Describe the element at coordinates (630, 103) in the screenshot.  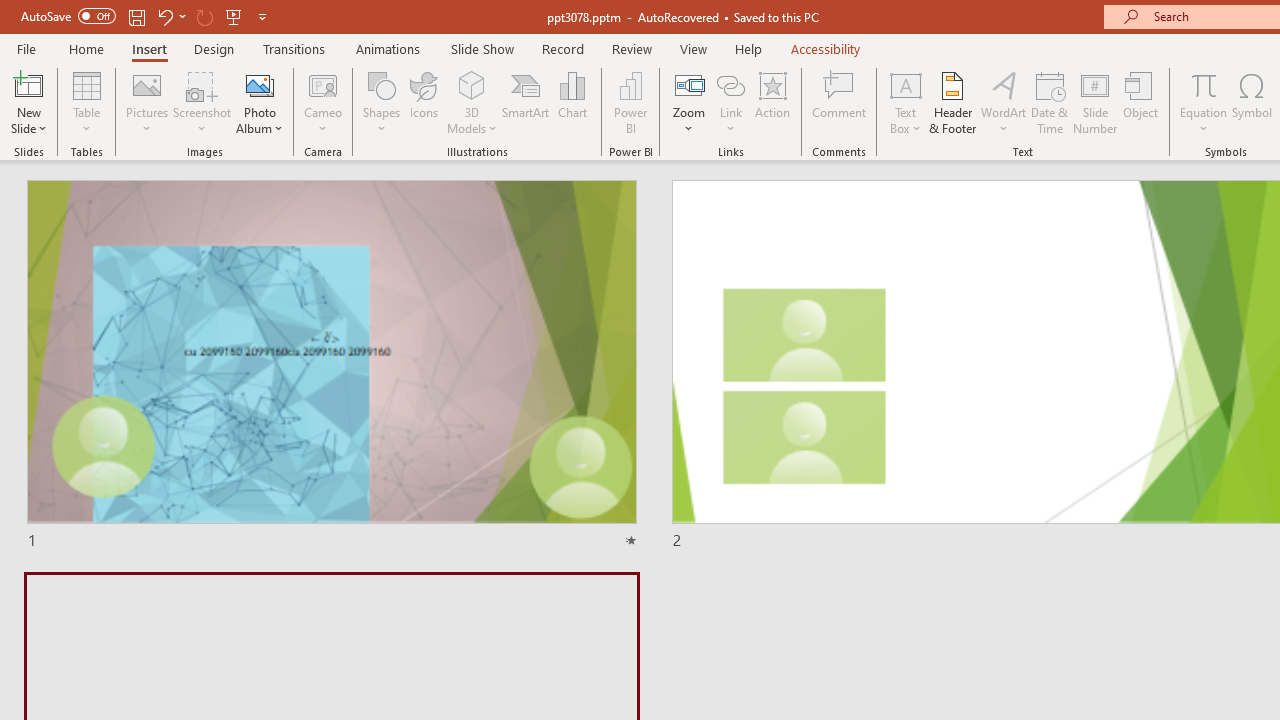
I see `'Power BI'` at that location.